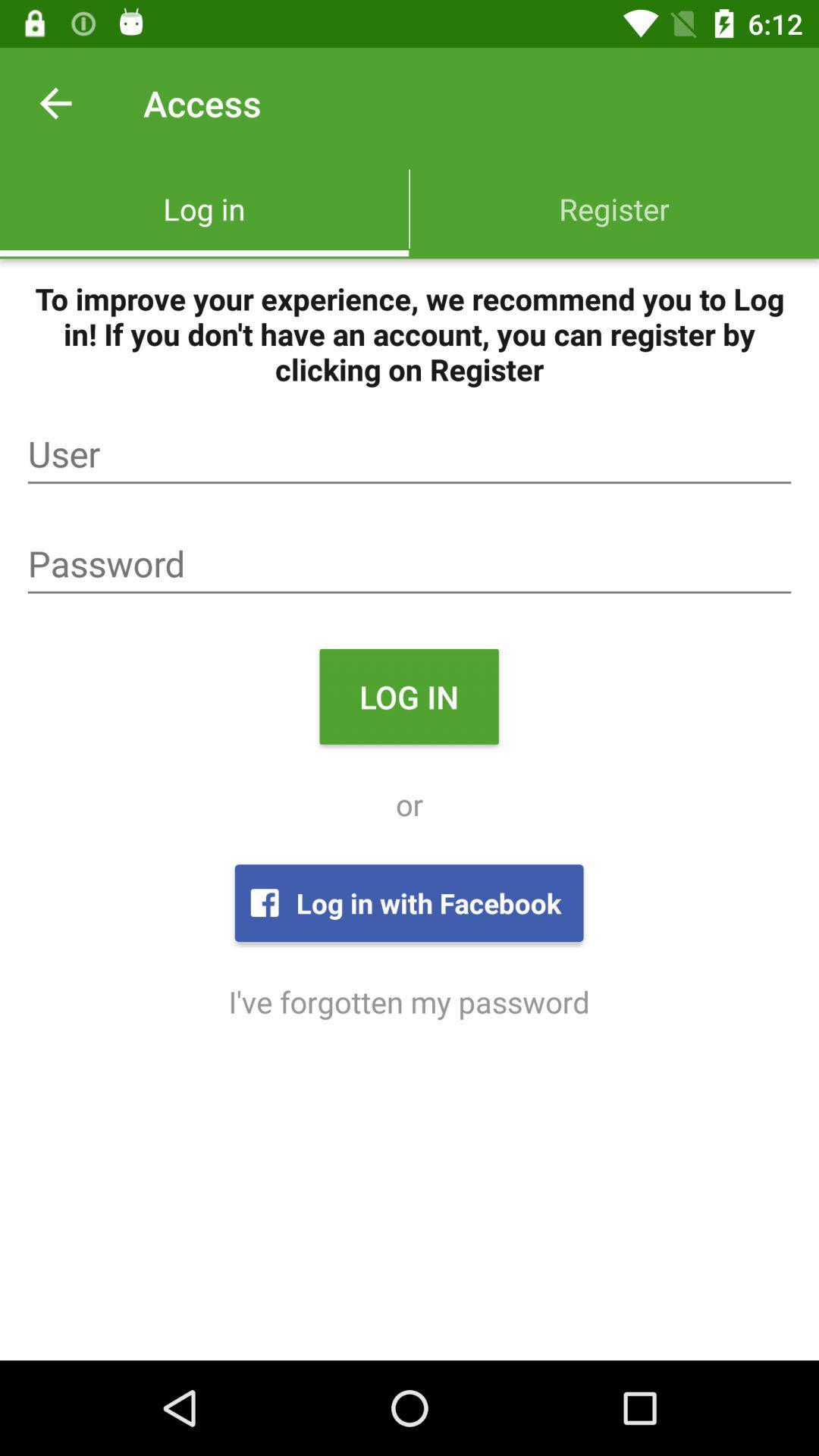  I want to click on enable text input, so click(409, 563).